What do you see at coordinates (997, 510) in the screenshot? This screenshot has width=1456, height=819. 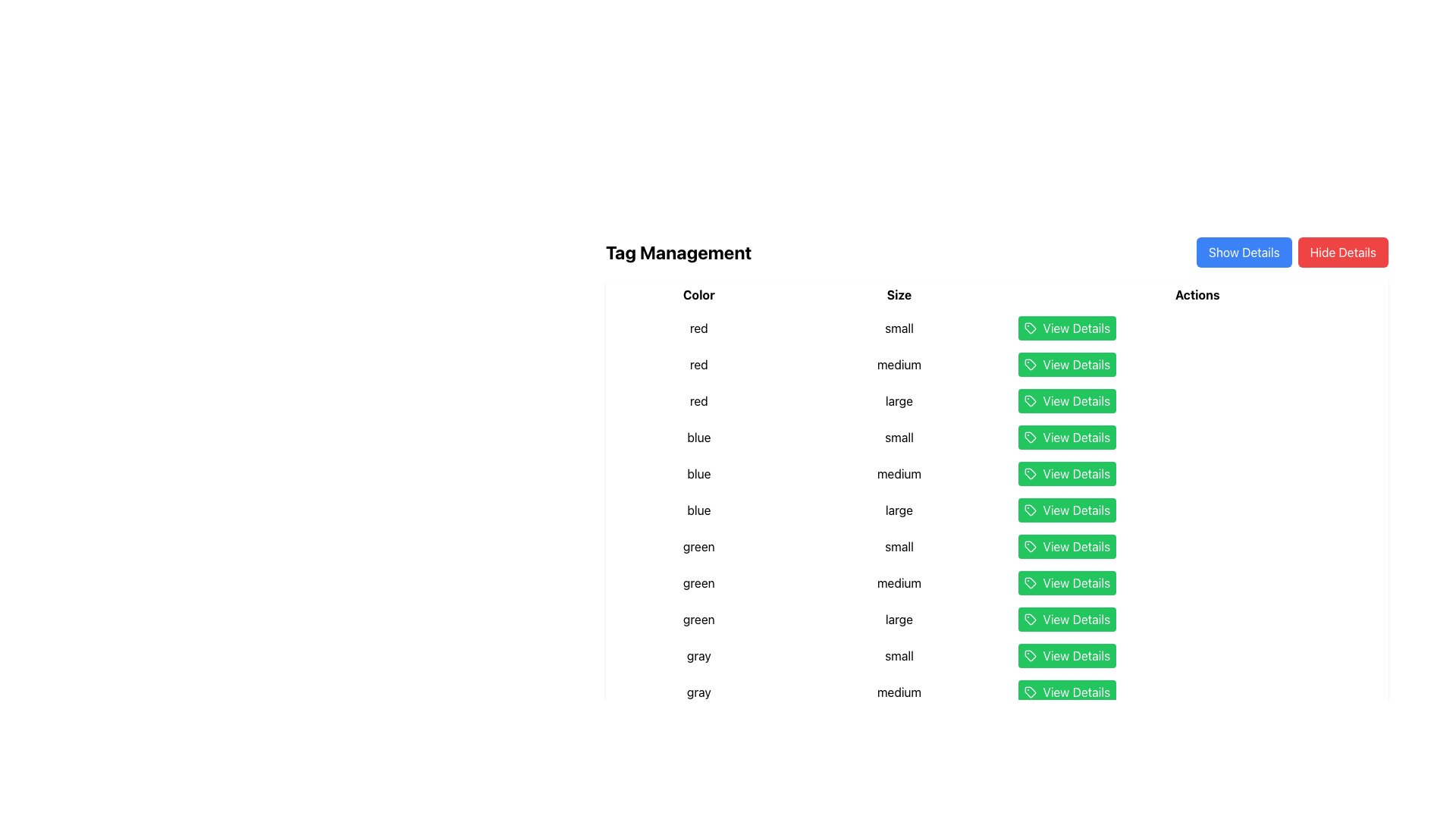 I see `the 'View Details' button in the sixth row of the Tag Management table, which describes an item with attributes 'blue' color and 'large' size` at bounding box center [997, 510].